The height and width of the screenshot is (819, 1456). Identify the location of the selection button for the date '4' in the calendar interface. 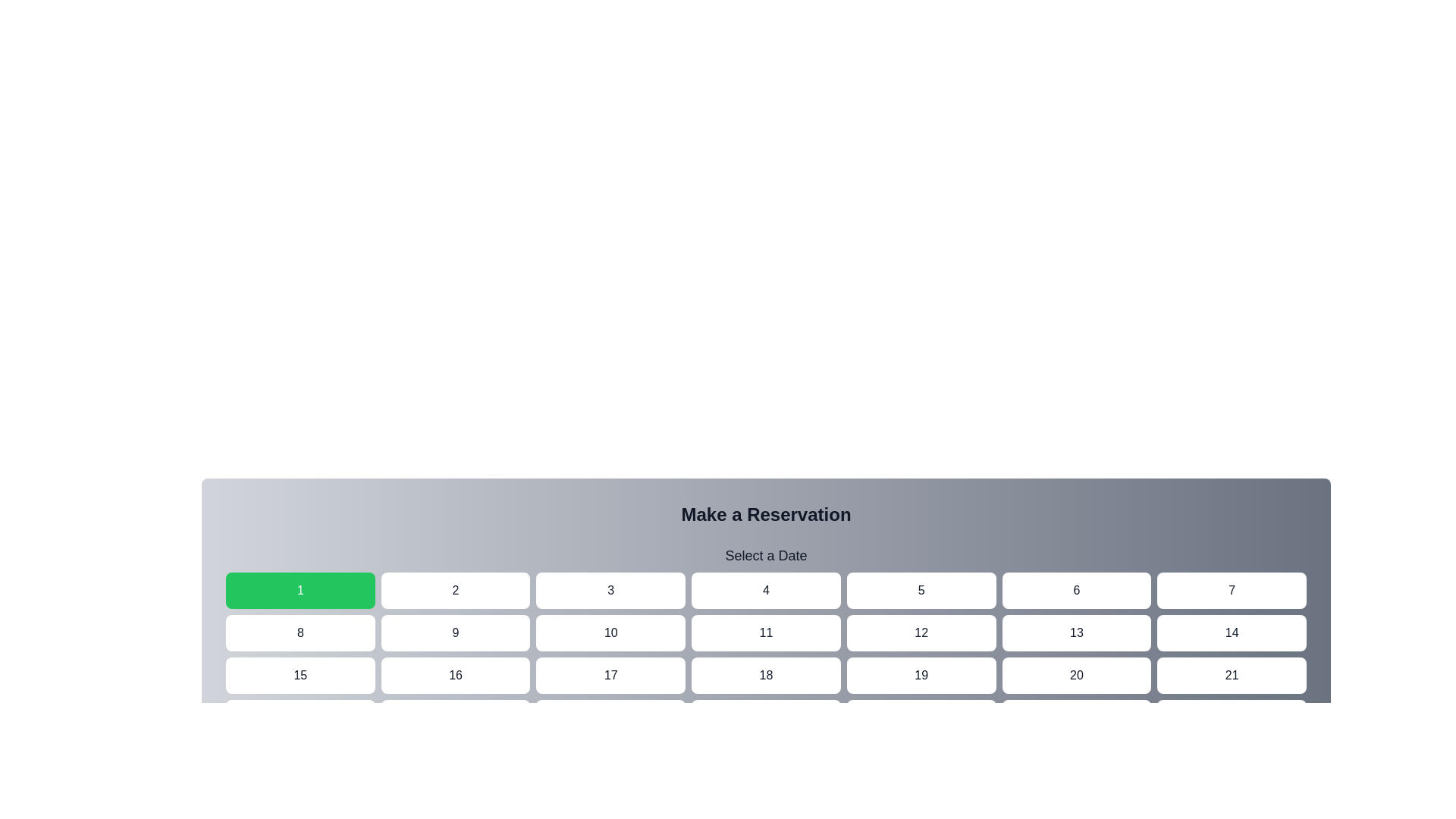
(766, 590).